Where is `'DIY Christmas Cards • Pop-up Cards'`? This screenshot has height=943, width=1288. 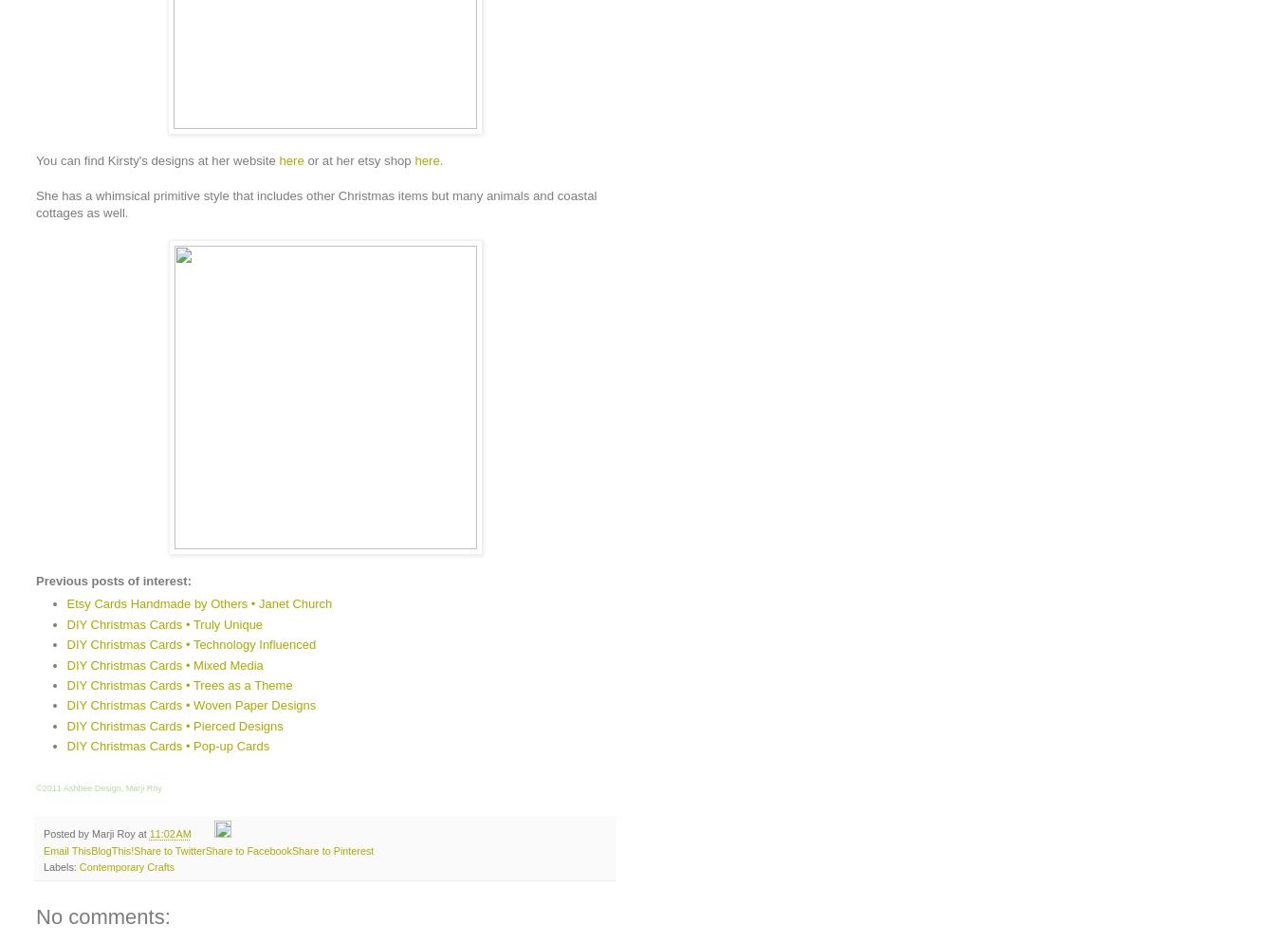 'DIY Christmas Cards • Pop-up Cards' is located at coordinates (167, 746).